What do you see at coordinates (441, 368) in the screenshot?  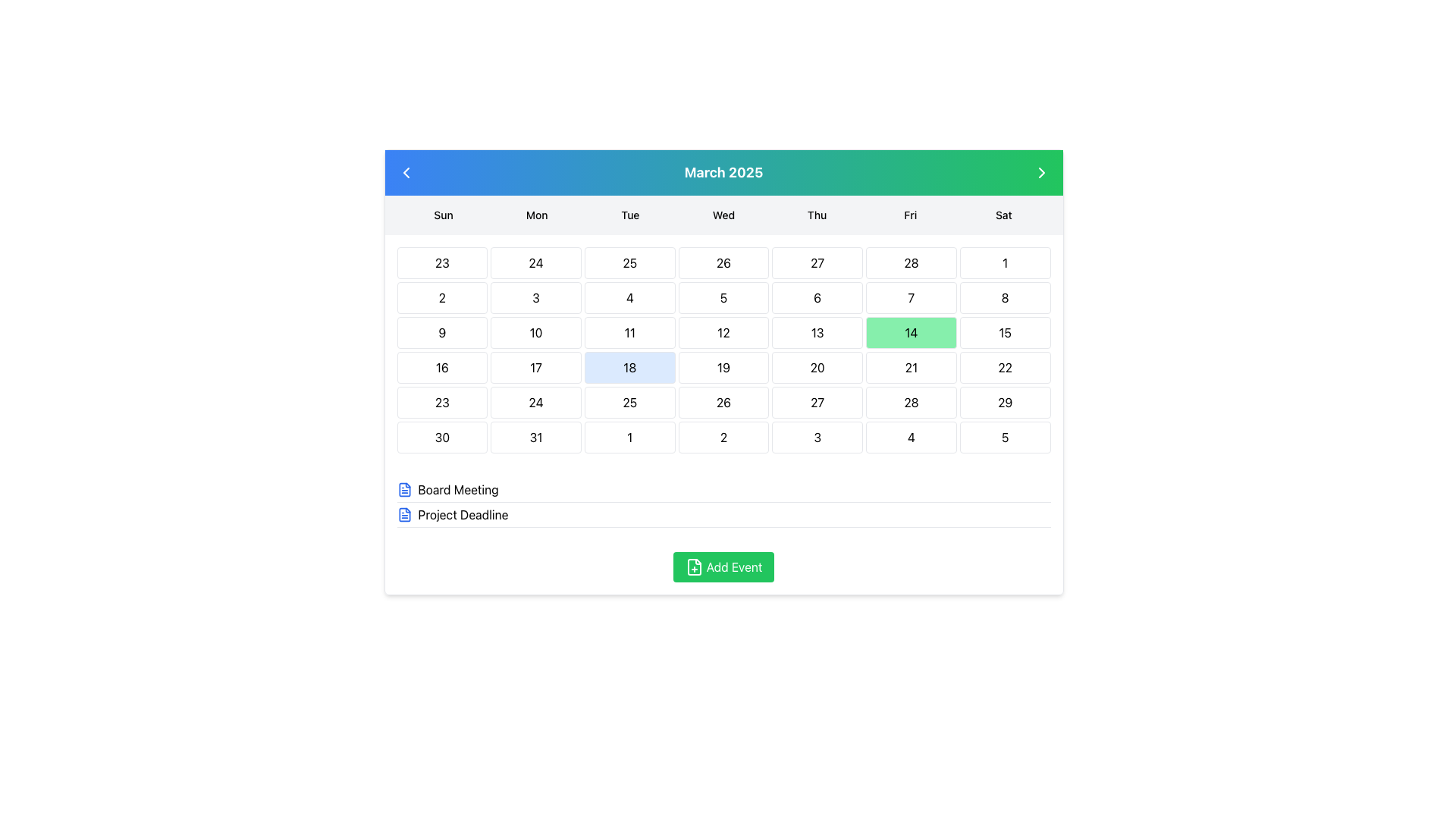 I see `the Date button labeled '16'` at bounding box center [441, 368].